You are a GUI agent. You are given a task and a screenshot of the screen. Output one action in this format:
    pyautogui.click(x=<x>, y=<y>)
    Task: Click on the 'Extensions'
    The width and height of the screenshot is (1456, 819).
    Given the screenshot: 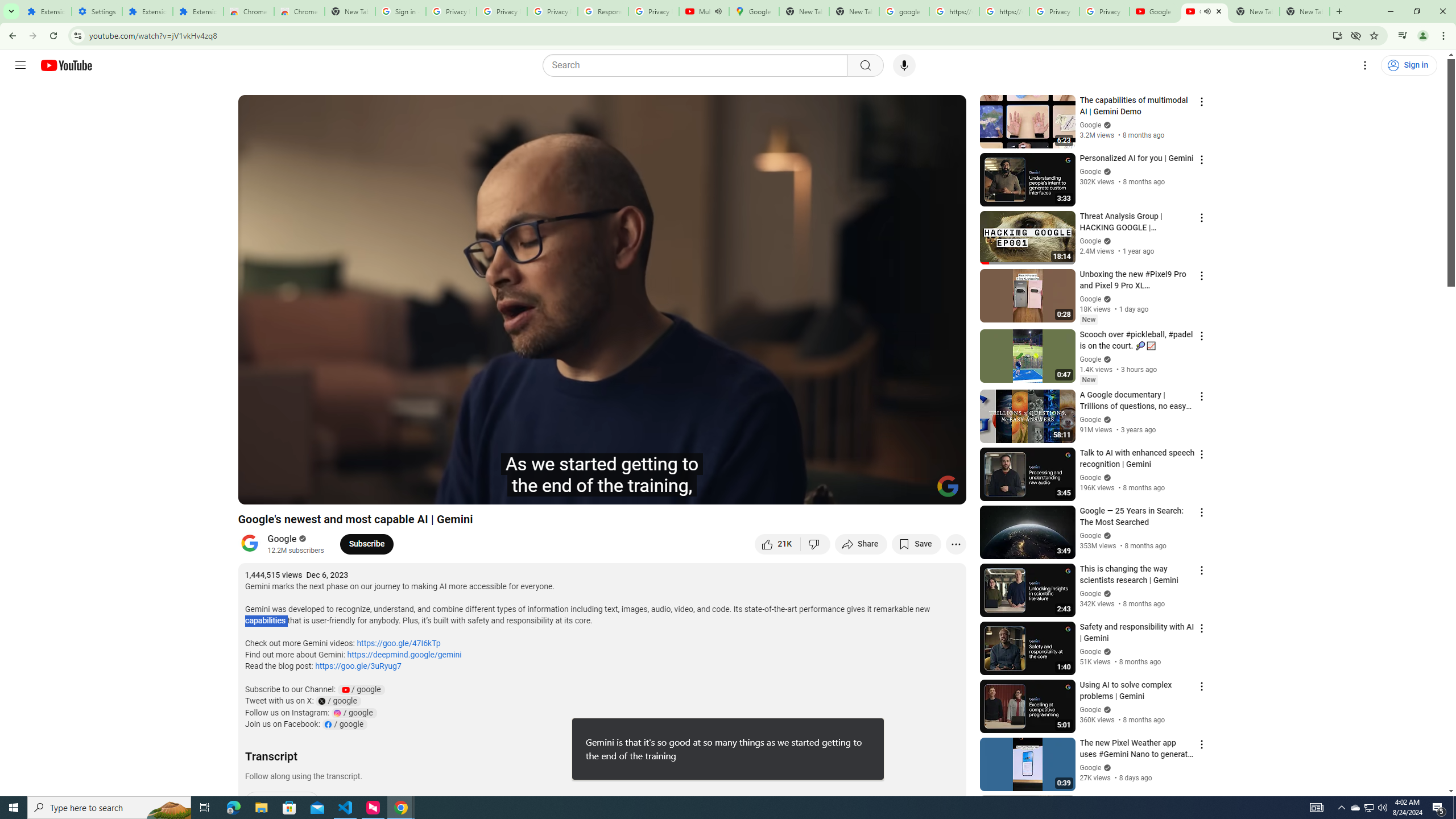 What is the action you would take?
    pyautogui.click(x=197, y=11)
    